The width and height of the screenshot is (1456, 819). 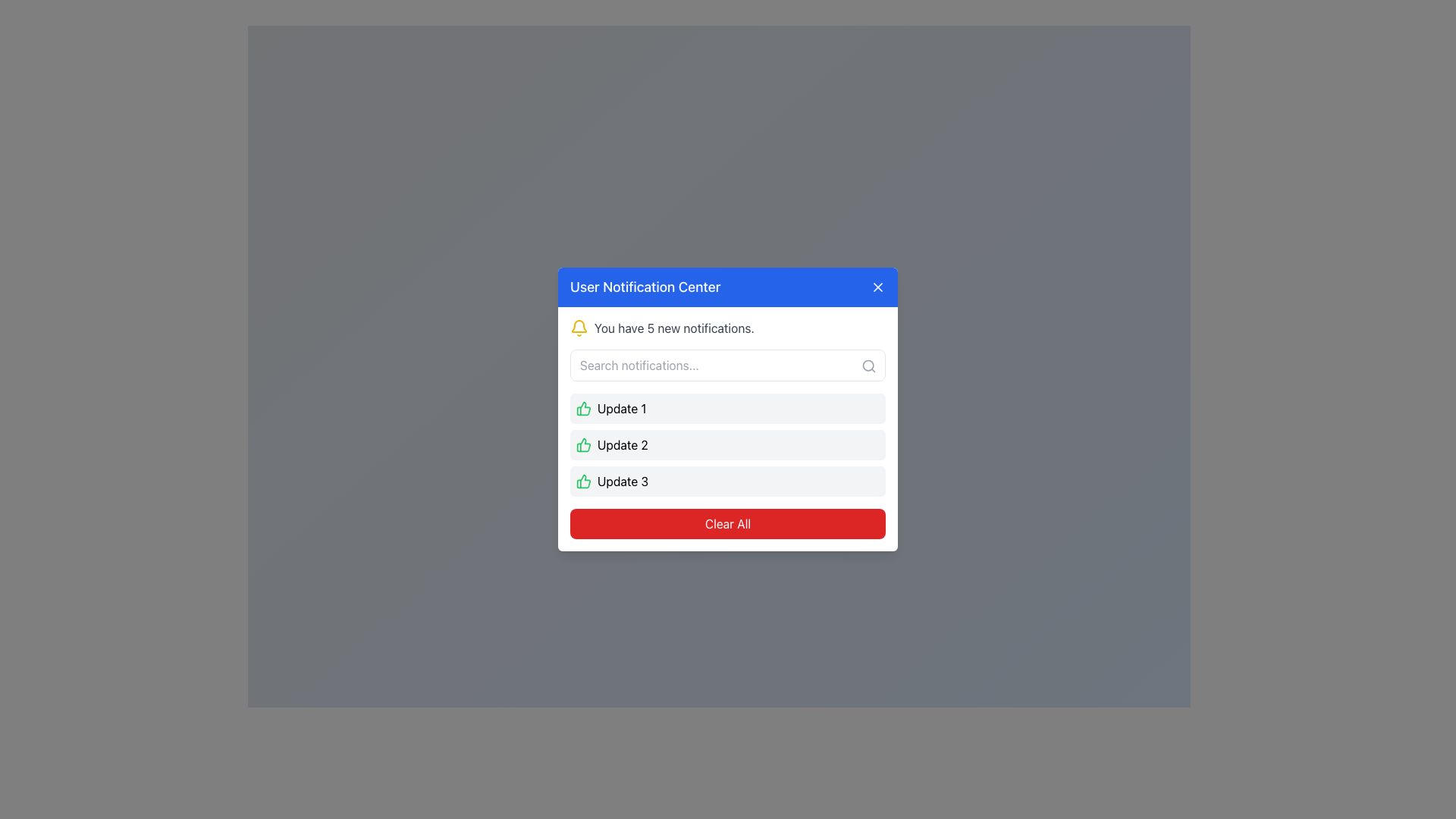 What do you see at coordinates (645, 287) in the screenshot?
I see `the title text of the notification center interface, which is located in the top-left section of a blue header bar` at bounding box center [645, 287].